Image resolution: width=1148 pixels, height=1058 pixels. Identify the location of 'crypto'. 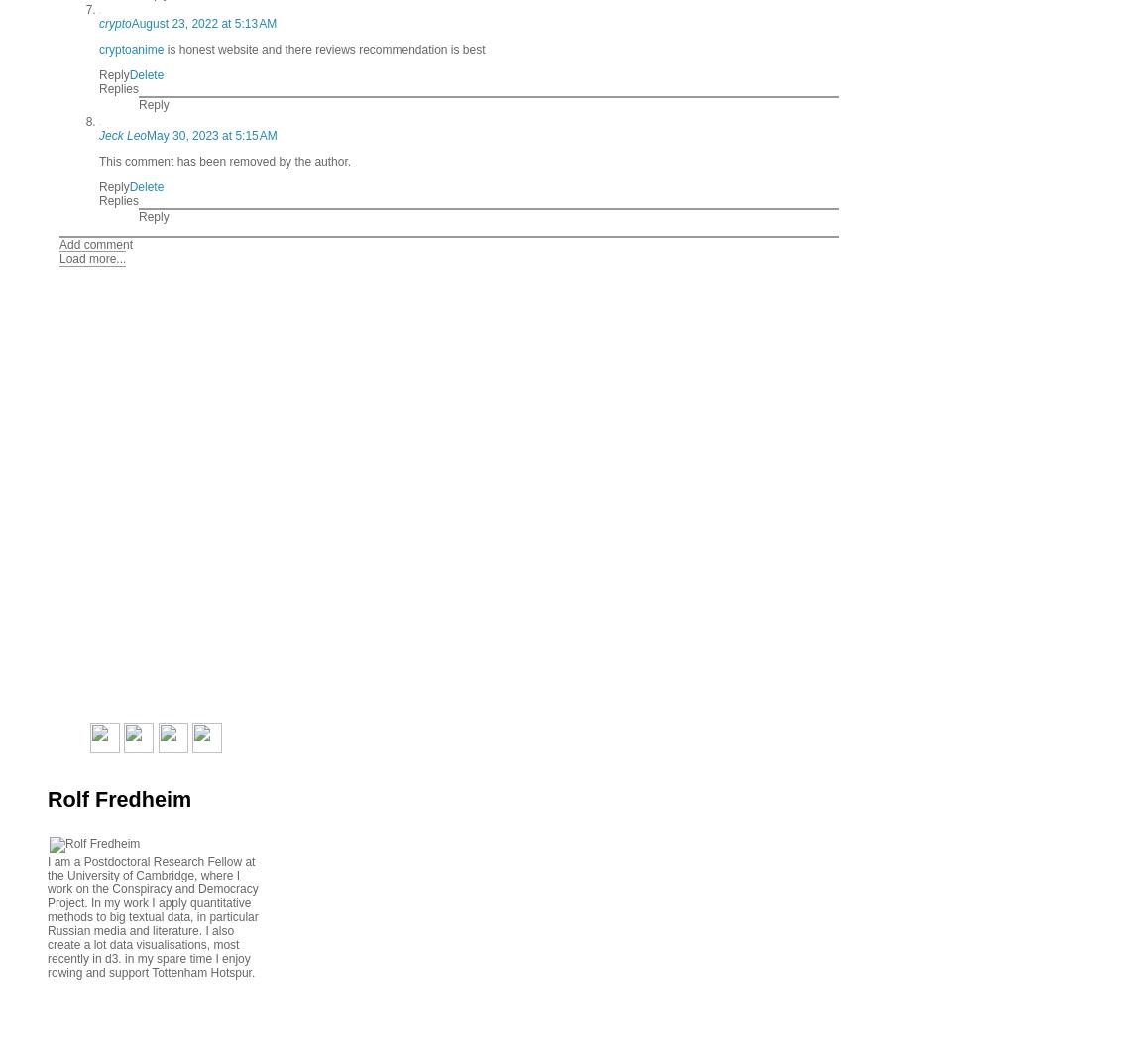
(114, 23).